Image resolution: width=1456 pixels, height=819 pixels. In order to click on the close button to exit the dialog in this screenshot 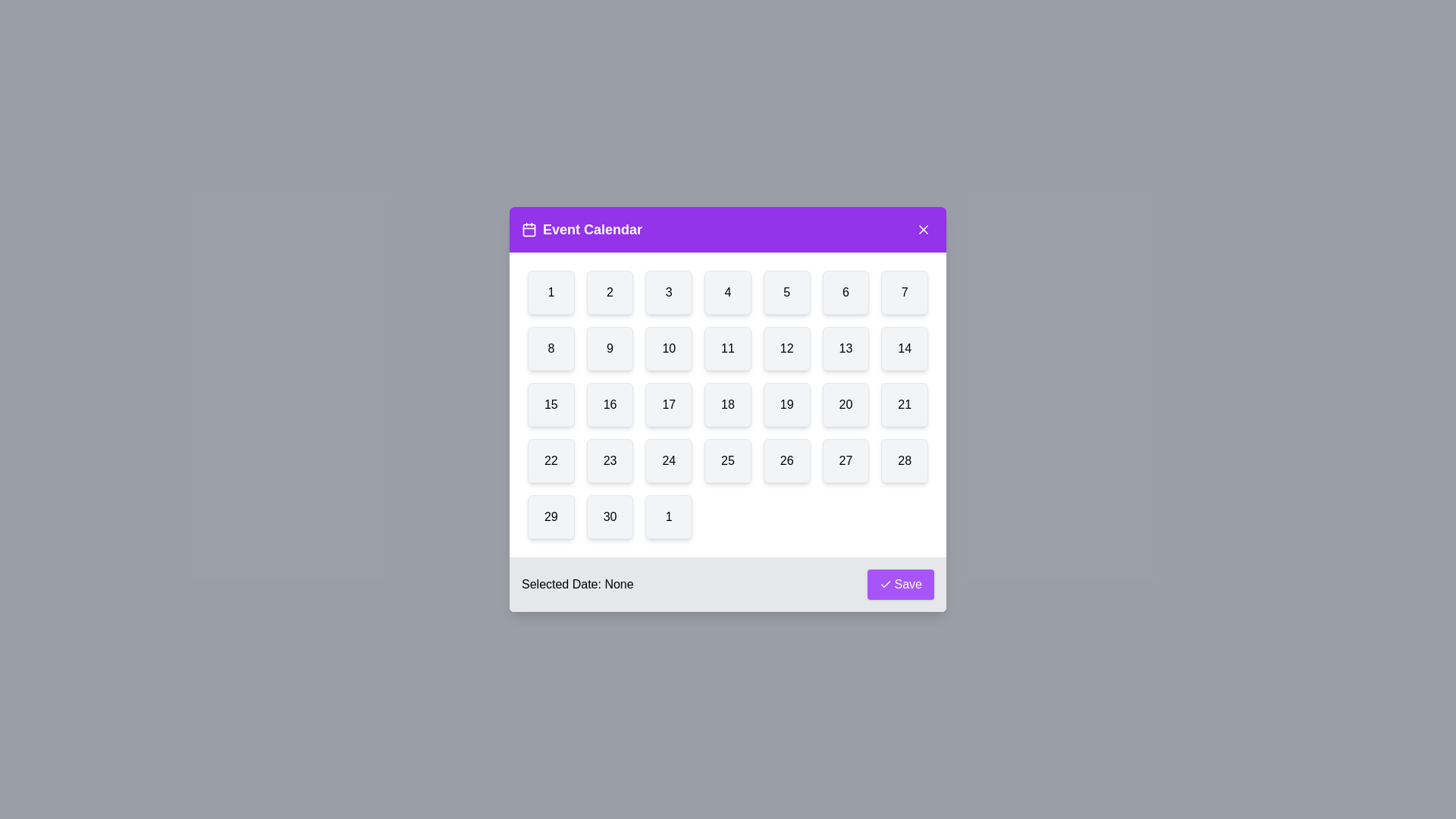, I will do `click(923, 230)`.